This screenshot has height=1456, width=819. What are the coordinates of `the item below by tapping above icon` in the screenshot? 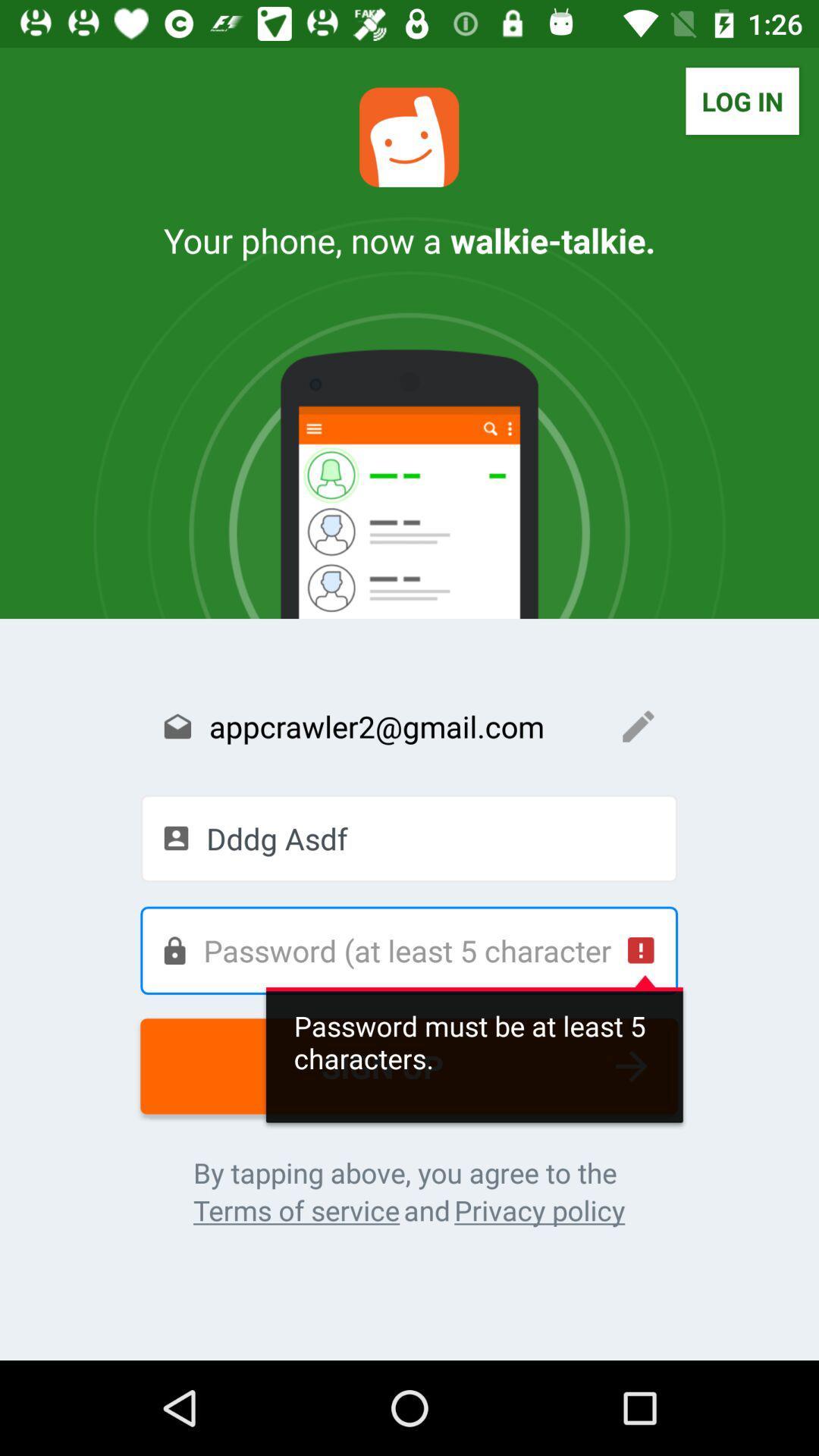 It's located at (297, 1210).